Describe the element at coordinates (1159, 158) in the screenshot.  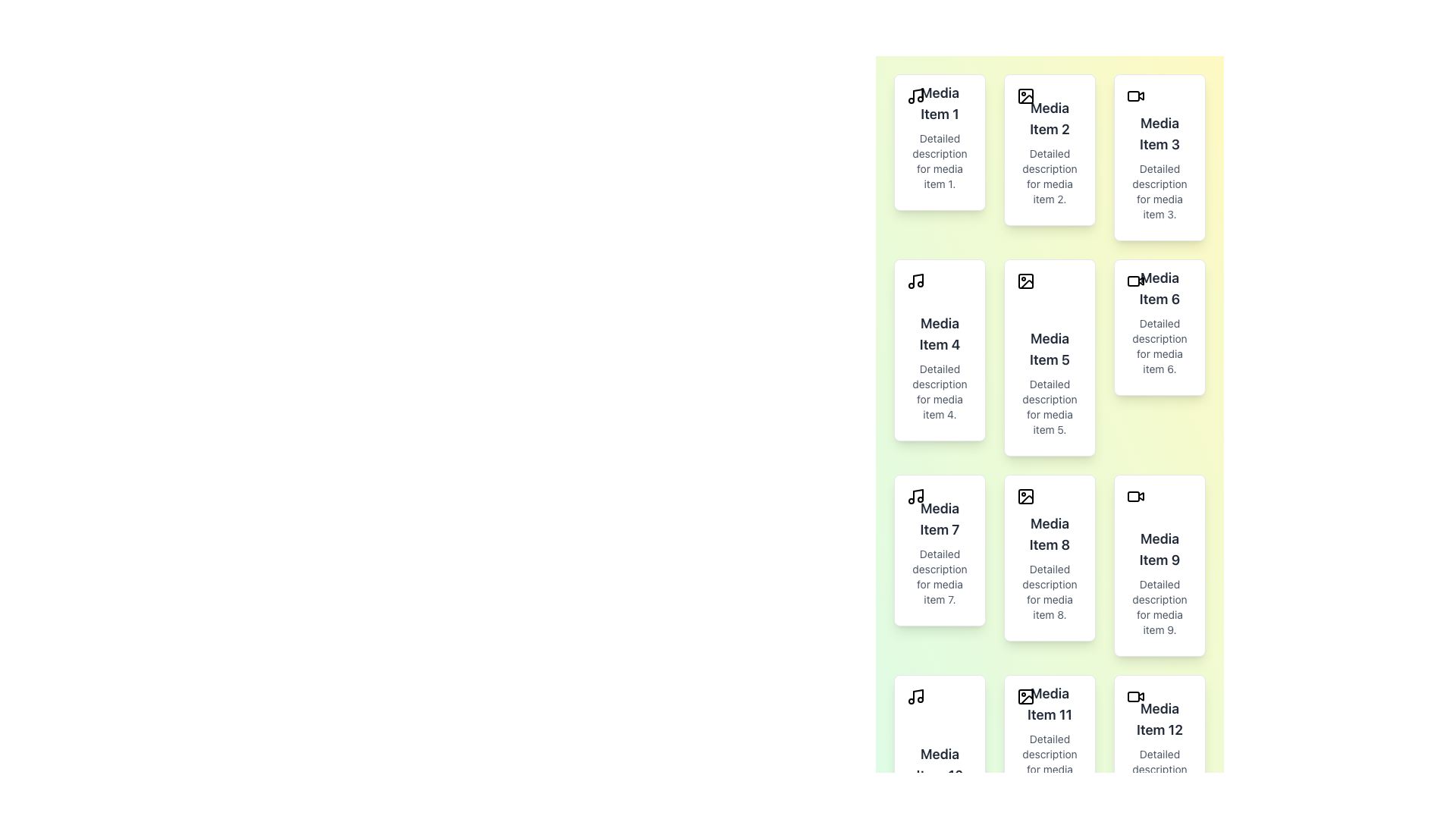
I see `the media card displaying details for 'Media Item 3', located in the third column of the first row` at that location.